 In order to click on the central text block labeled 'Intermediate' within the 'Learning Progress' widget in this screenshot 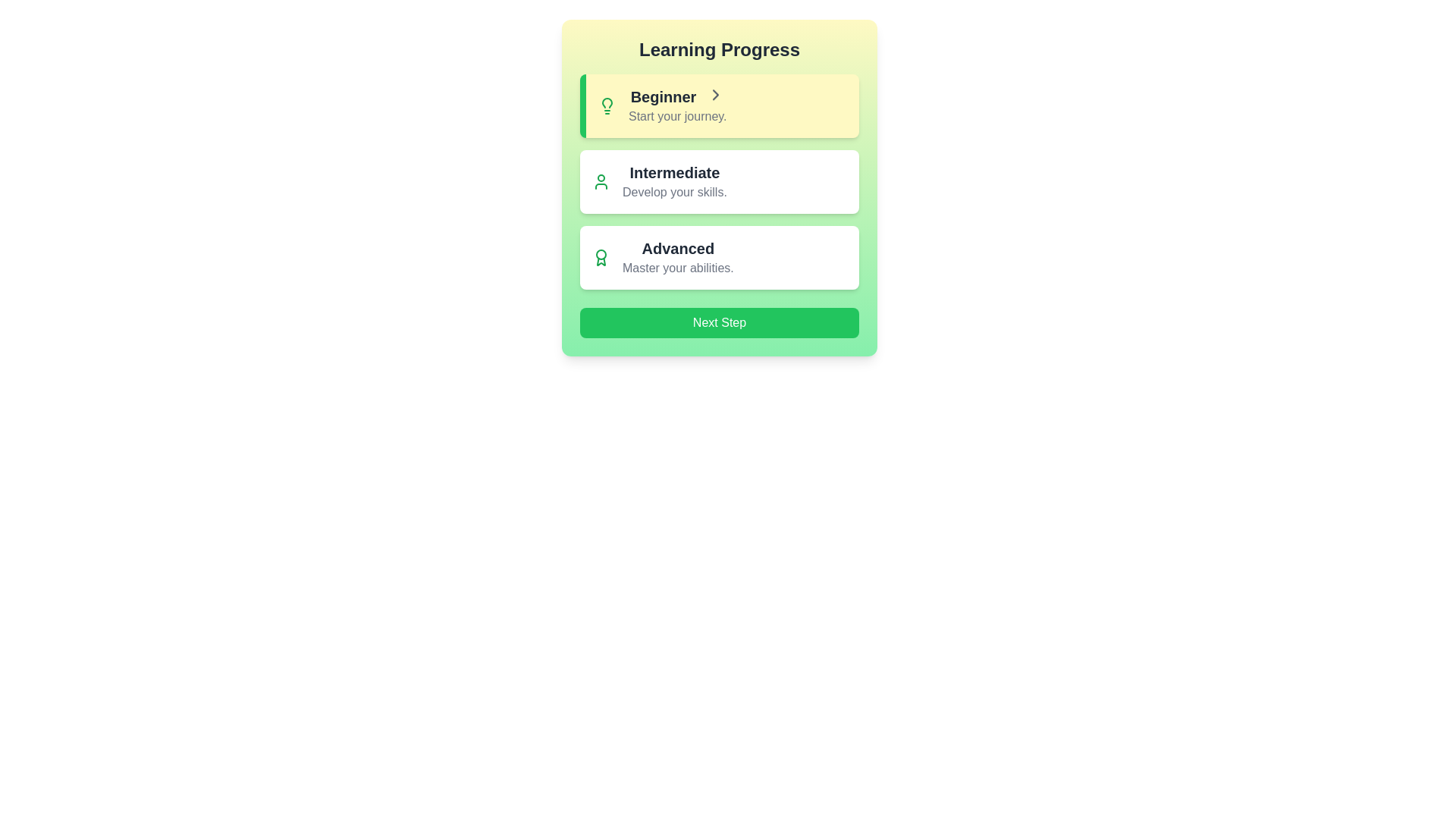, I will do `click(673, 180)`.